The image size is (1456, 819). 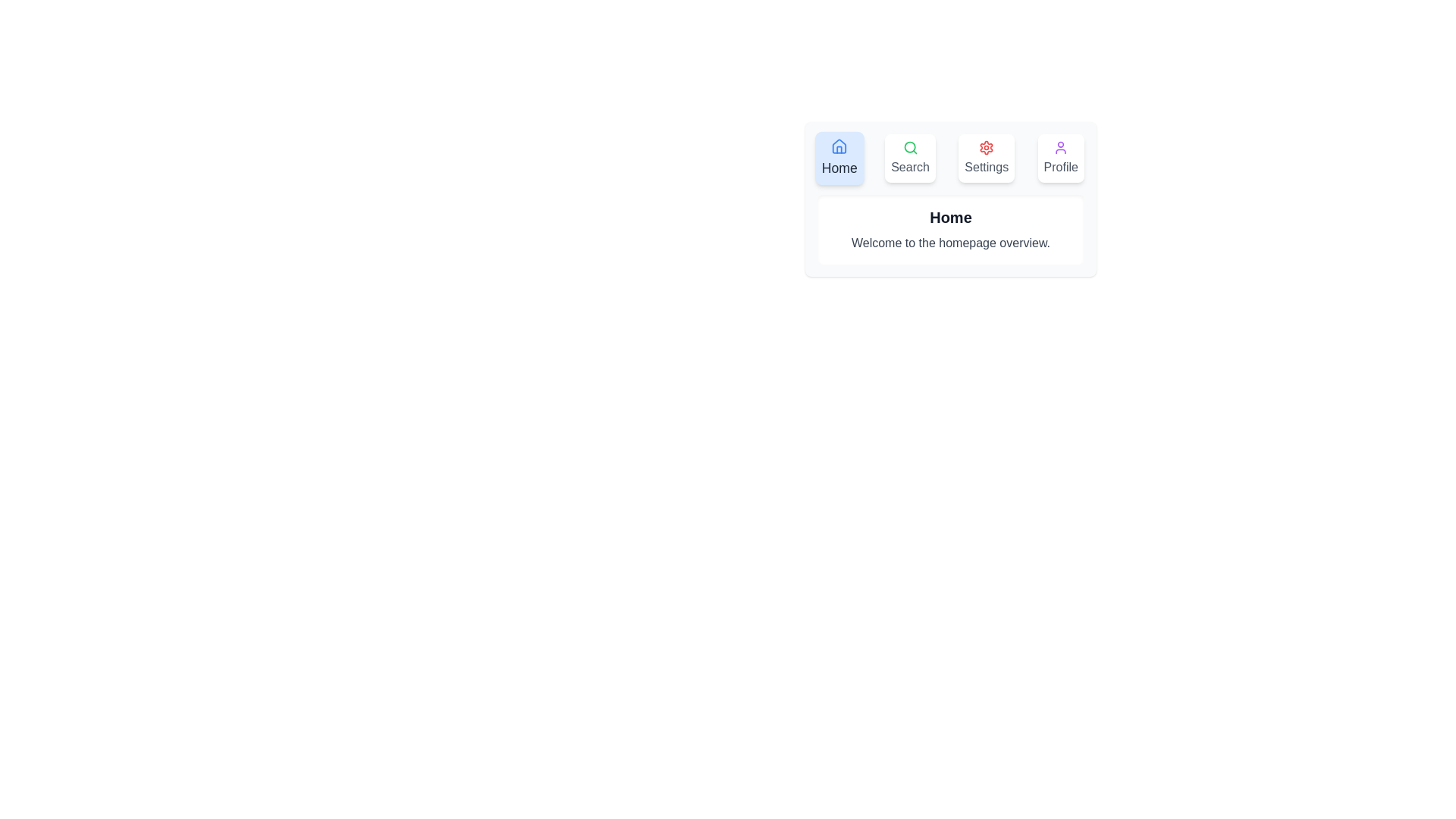 I want to click on the tab labeled Profile to observe its hover effect, so click(x=1060, y=158).